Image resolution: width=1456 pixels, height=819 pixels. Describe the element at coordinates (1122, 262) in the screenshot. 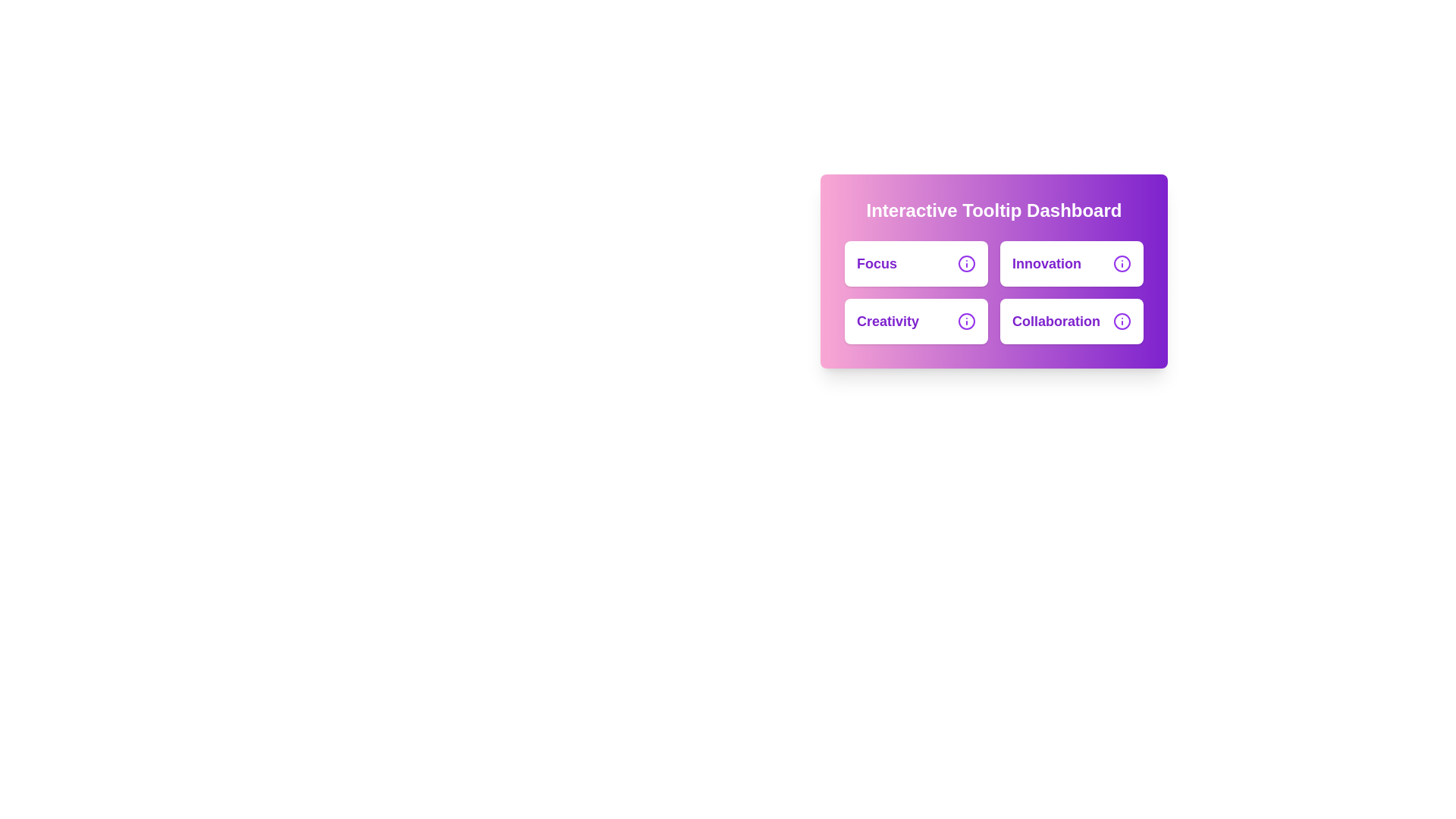

I see `the 'info' icon which is a circular shape with a purple stroke and white fill located in the top-right corner of the 'Innovation' labeled card` at that location.